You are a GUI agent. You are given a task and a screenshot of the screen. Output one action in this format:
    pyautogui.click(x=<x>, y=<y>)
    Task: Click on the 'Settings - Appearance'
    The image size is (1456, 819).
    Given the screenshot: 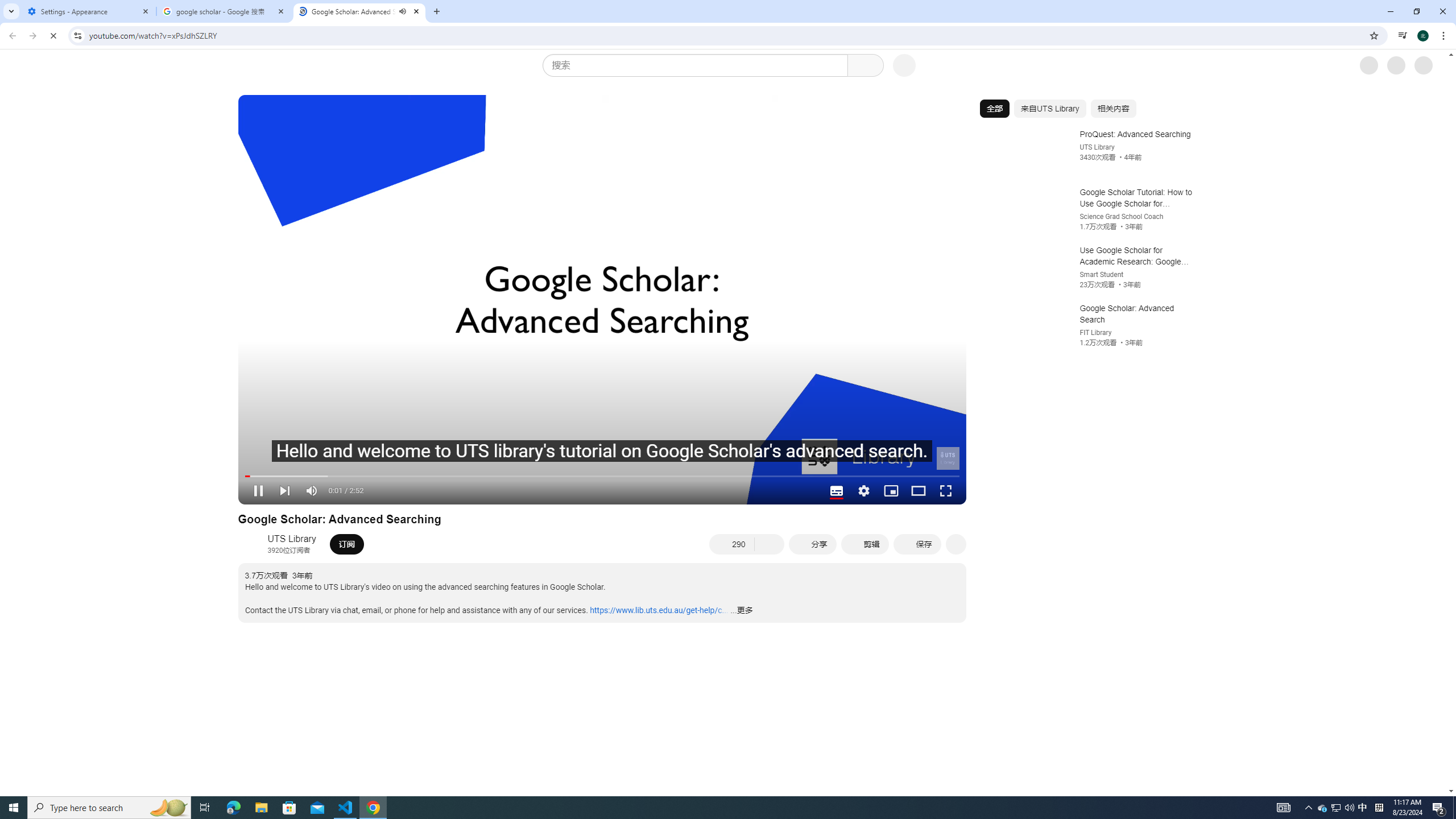 What is the action you would take?
    pyautogui.click(x=88, y=11)
    